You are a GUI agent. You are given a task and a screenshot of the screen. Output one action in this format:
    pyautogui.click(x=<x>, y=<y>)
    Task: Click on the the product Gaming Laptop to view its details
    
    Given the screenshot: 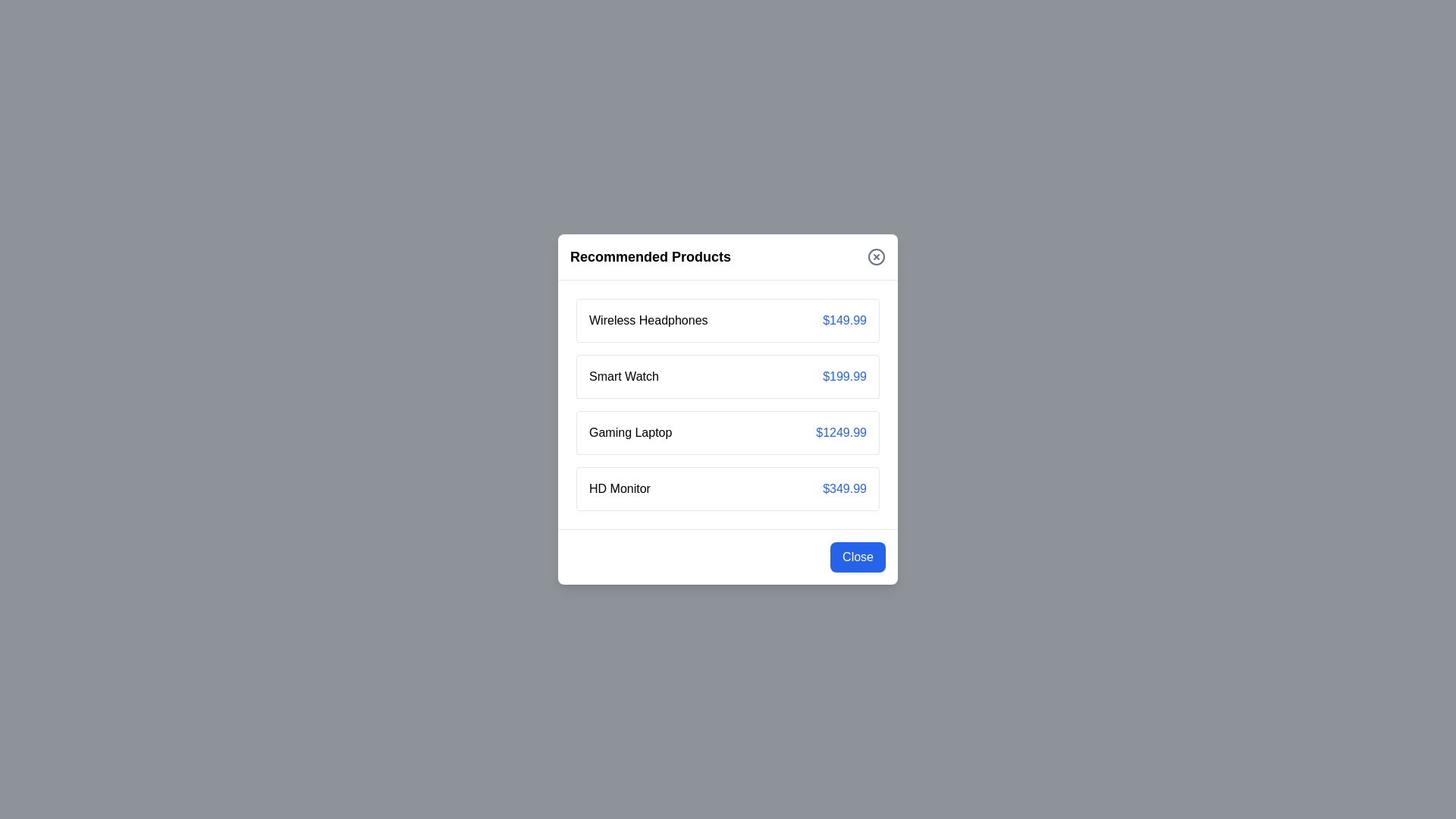 What is the action you would take?
    pyautogui.click(x=630, y=432)
    